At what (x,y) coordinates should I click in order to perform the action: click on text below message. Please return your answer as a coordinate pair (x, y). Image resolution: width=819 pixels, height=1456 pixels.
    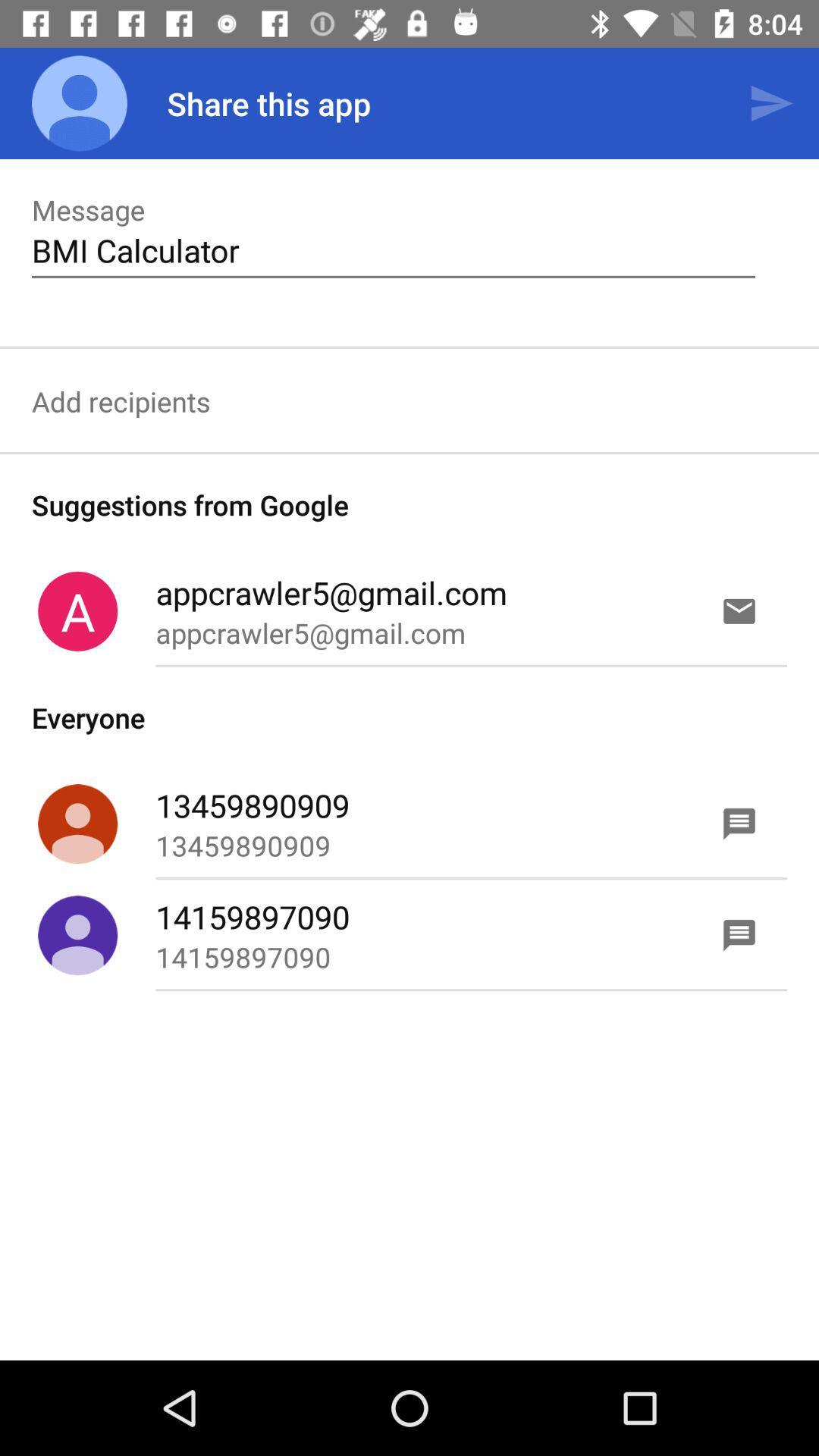
    Looking at the image, I should click on (393, 250).